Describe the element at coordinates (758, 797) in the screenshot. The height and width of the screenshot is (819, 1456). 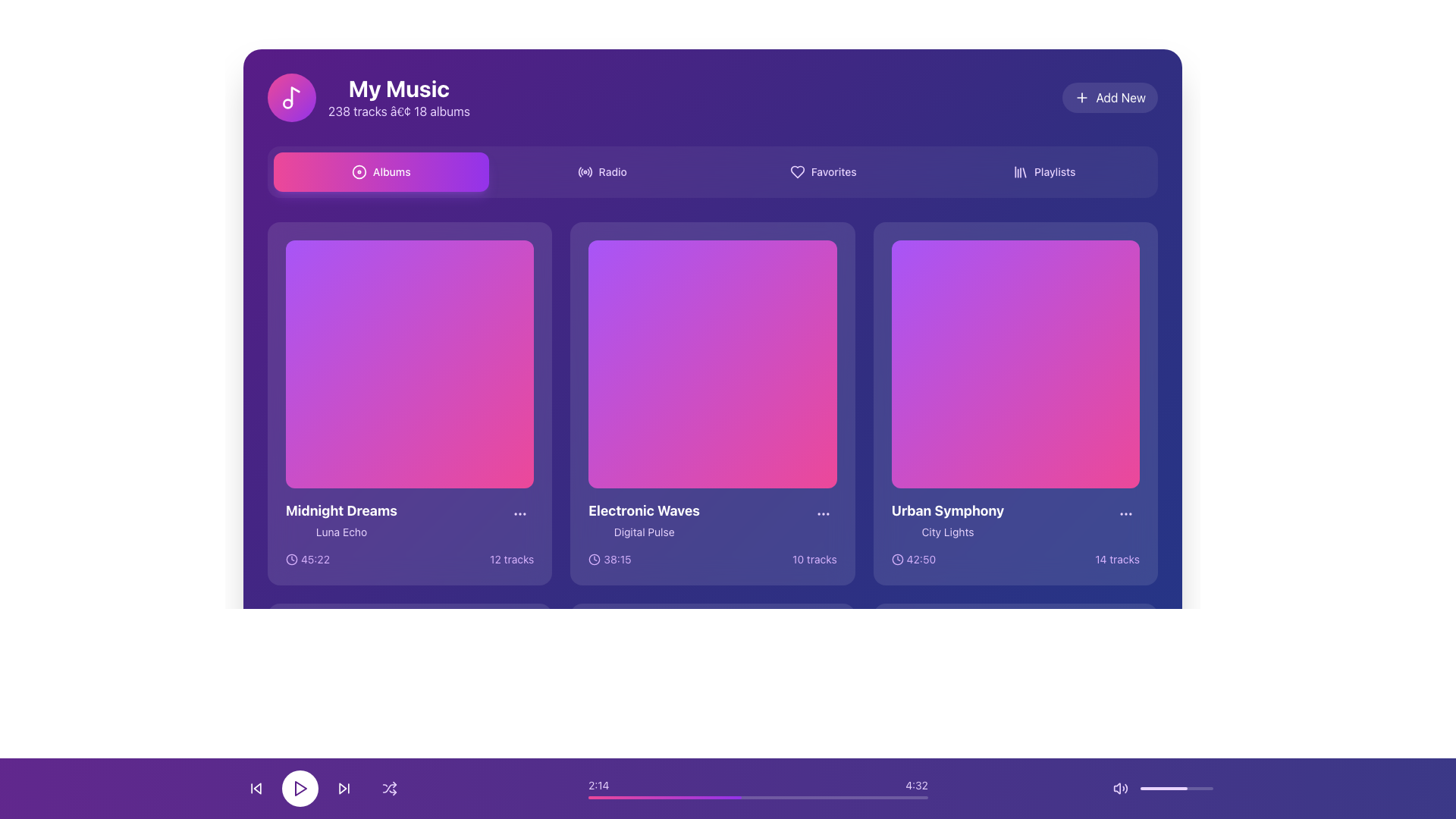
I see `the progress bar, which is a thin horizontal indicator with a gradient from pink to purple, located at the bottom center of the interface, to identify the playback completion percentage` at that location.